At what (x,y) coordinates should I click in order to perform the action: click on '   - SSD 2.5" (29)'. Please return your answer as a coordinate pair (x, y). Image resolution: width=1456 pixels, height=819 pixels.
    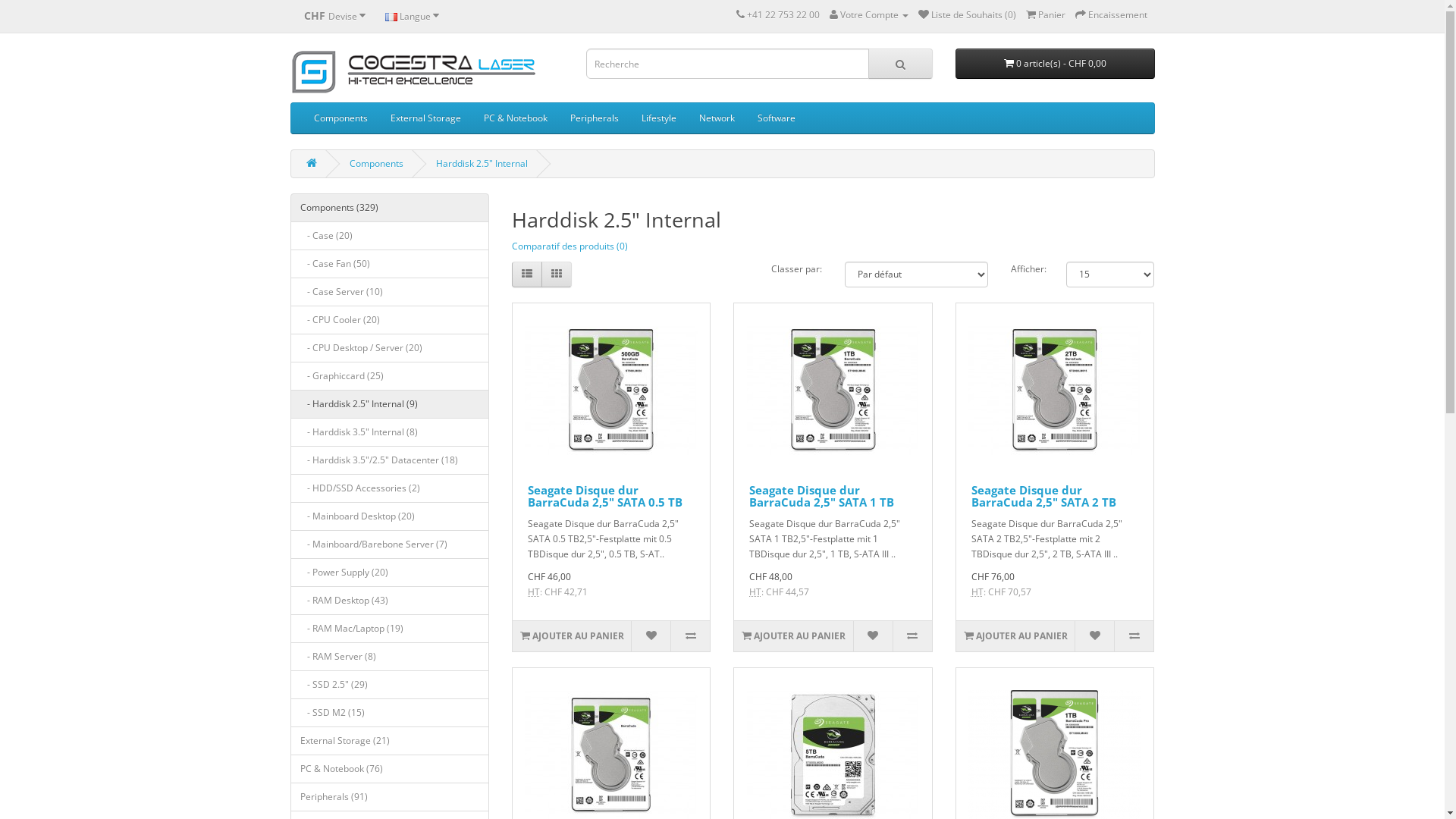
    Looking at the image, I should click on (389, 684).